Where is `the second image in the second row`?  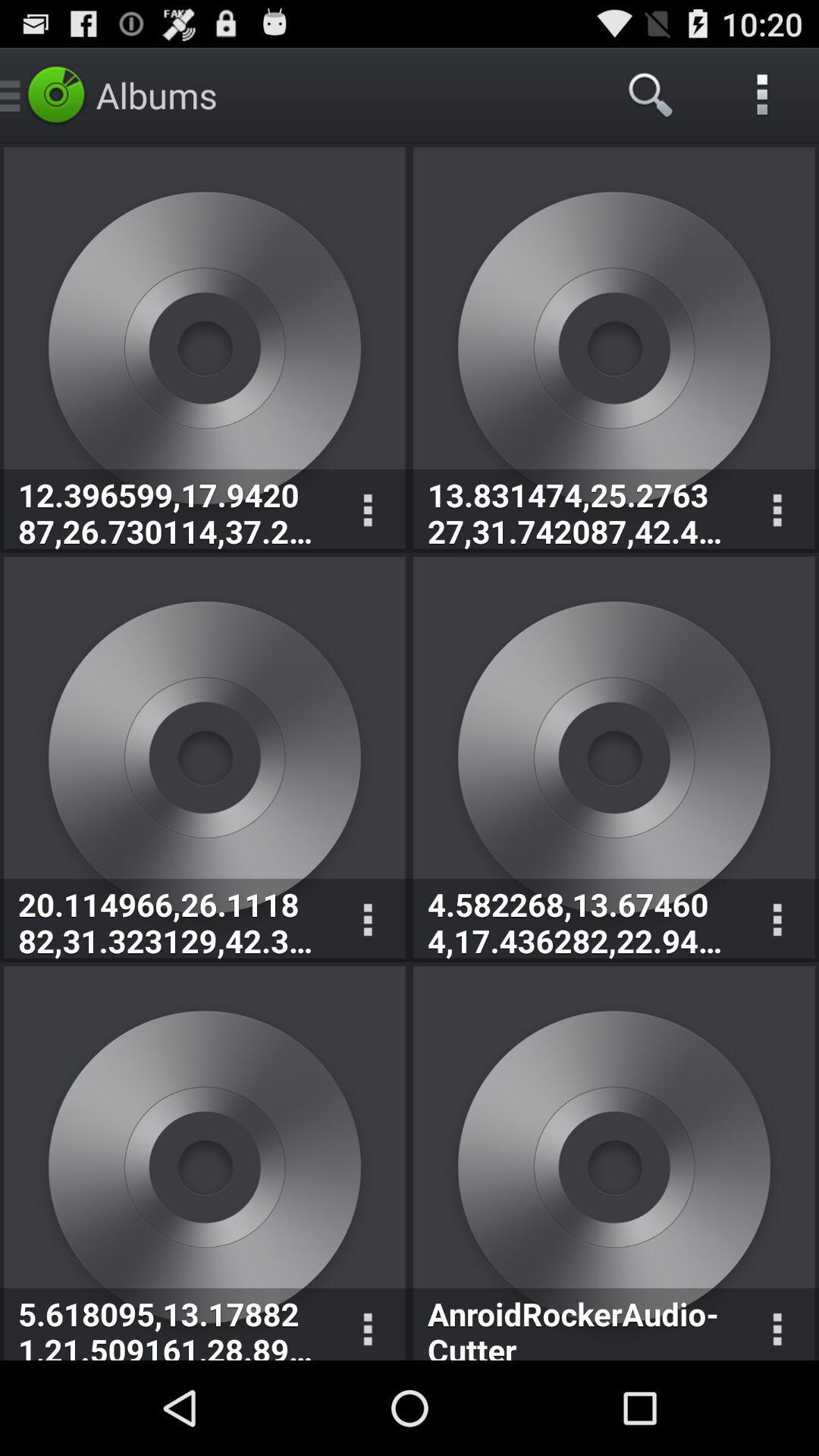 the second image in the second row is located at coordinates (614, 757).